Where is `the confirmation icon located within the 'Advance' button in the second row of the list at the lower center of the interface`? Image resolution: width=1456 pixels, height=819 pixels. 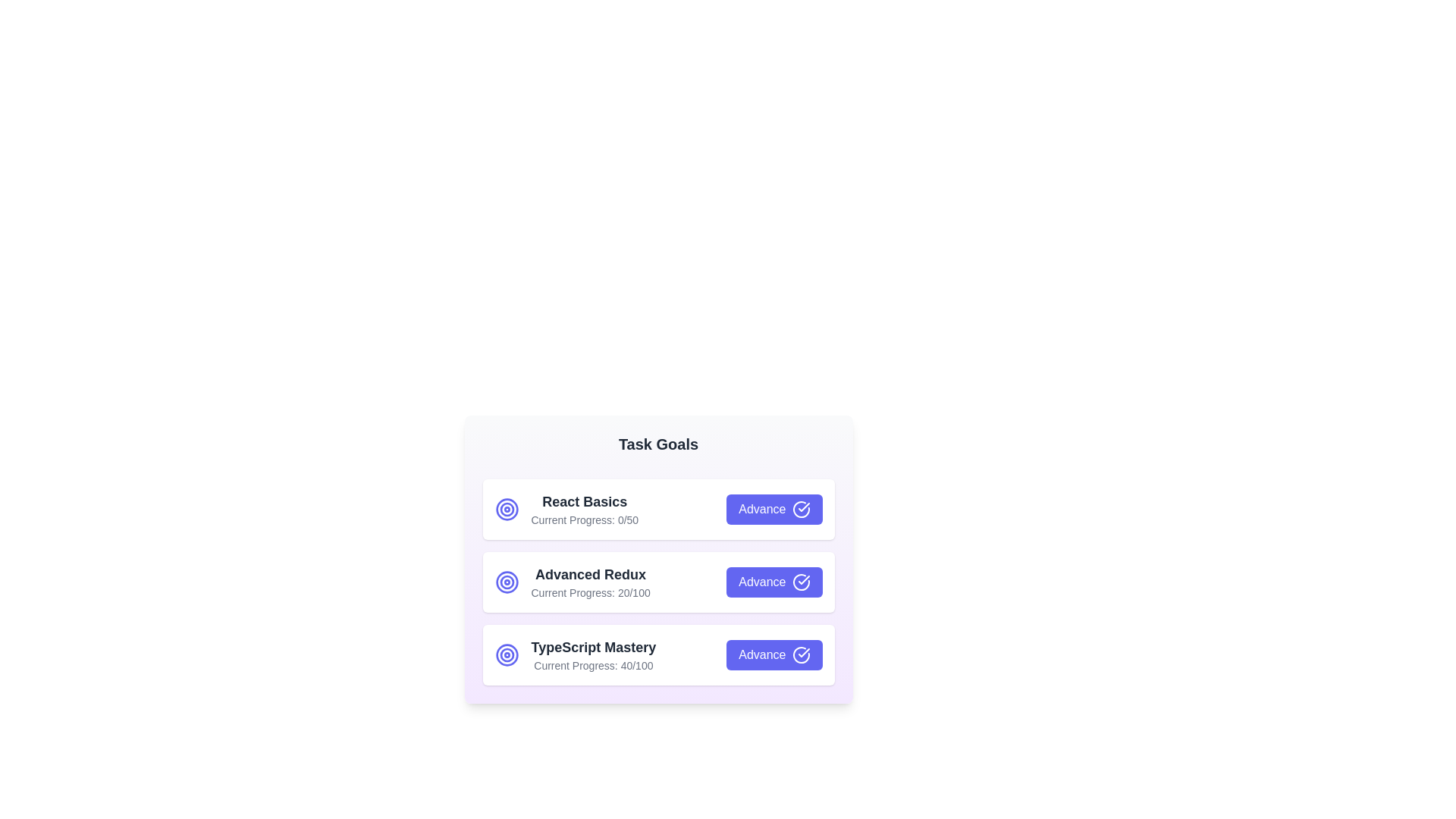
the confirmation icon located within the 'Advance' button in the second row of the list at the lower center of the interface is located at coordinates (800, 581).